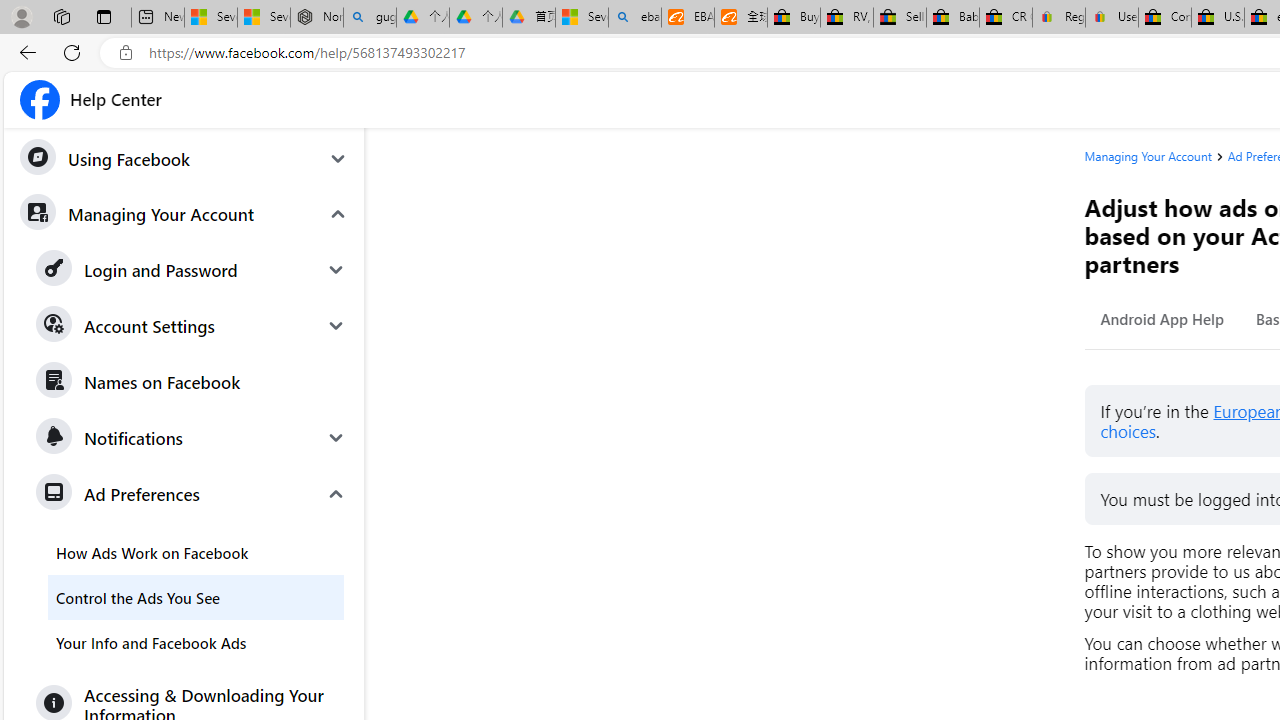 This screenshot has height=720, width=1280. What do you see at coordinates (192, 493) in the screenshot?
I see `'Ad Preferences'` at bounding box center [192, 493].